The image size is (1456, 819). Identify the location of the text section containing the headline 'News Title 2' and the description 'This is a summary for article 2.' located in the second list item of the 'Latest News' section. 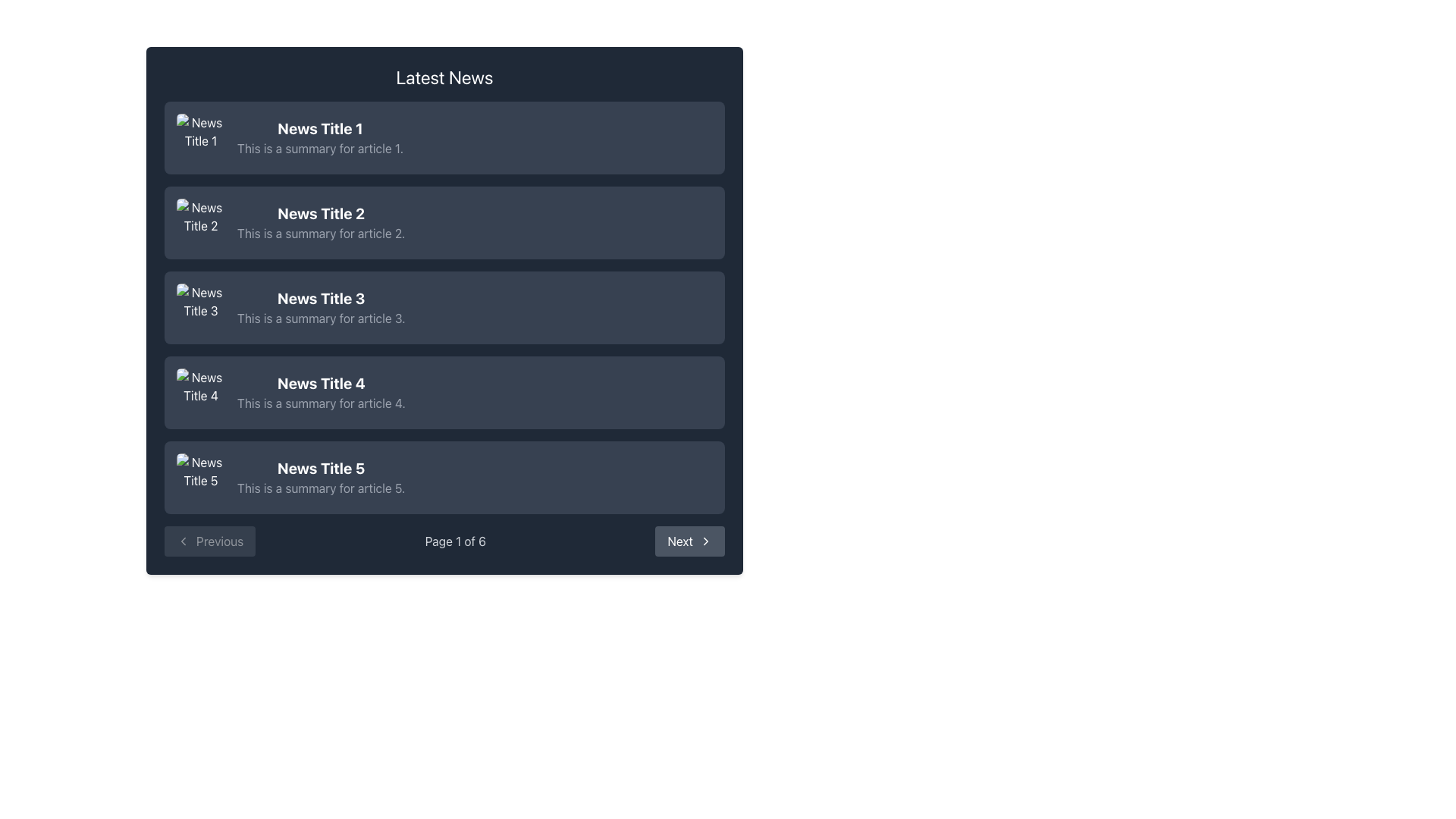
(320, 222).